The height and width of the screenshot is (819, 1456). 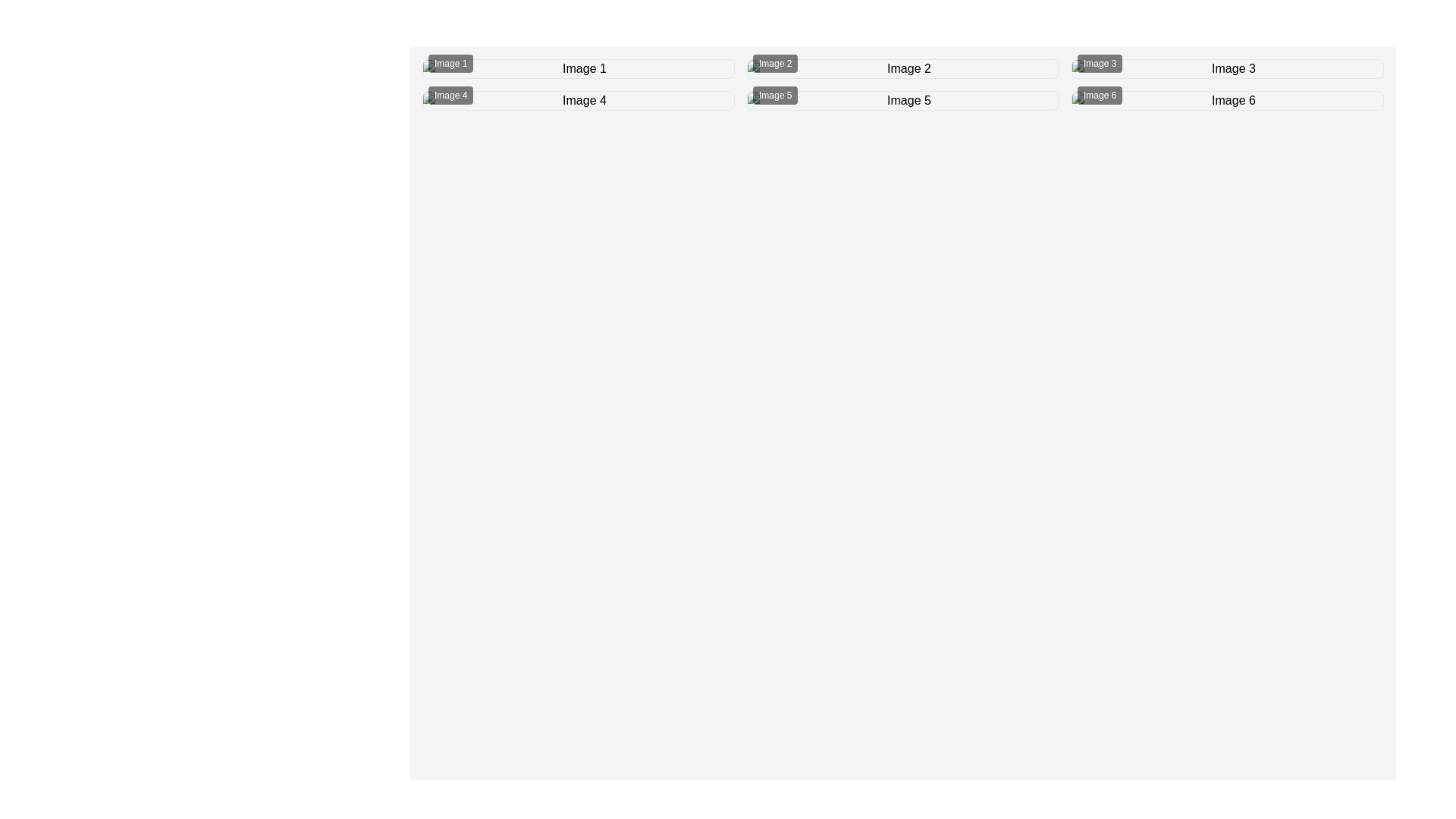 What do you see at coordinates (1227, 100) in the screenshot?
I see `the thumbnail representation of 'Image 6'` at bounding box center [1227, 100].